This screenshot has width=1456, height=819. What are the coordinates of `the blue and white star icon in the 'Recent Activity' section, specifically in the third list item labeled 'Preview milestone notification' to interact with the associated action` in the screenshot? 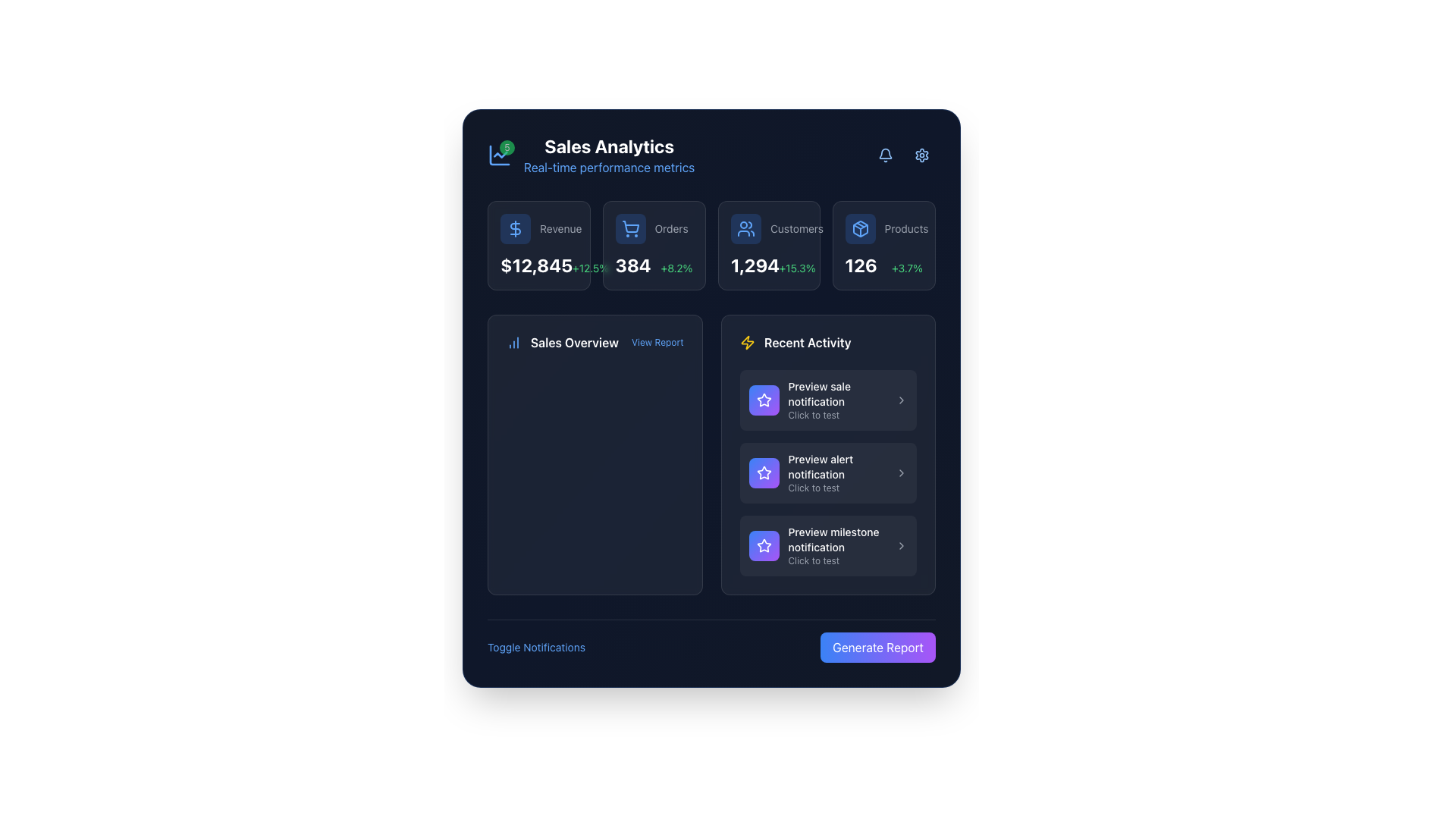 It's located at (764, 544).